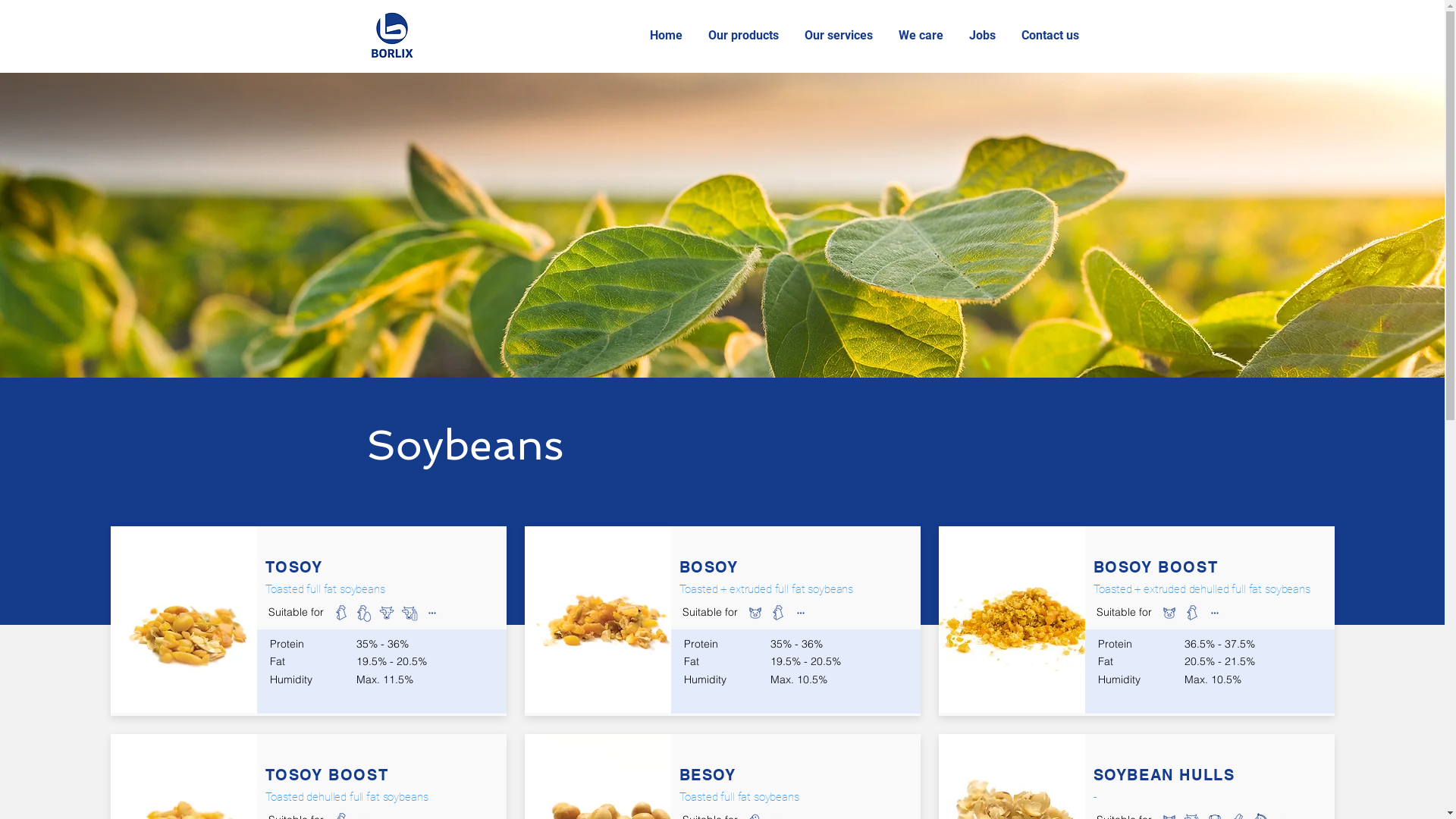 Image resolution: width=1456 pixels, height=819 pixels. I want to click on 'Jobs', so click(983, 34).